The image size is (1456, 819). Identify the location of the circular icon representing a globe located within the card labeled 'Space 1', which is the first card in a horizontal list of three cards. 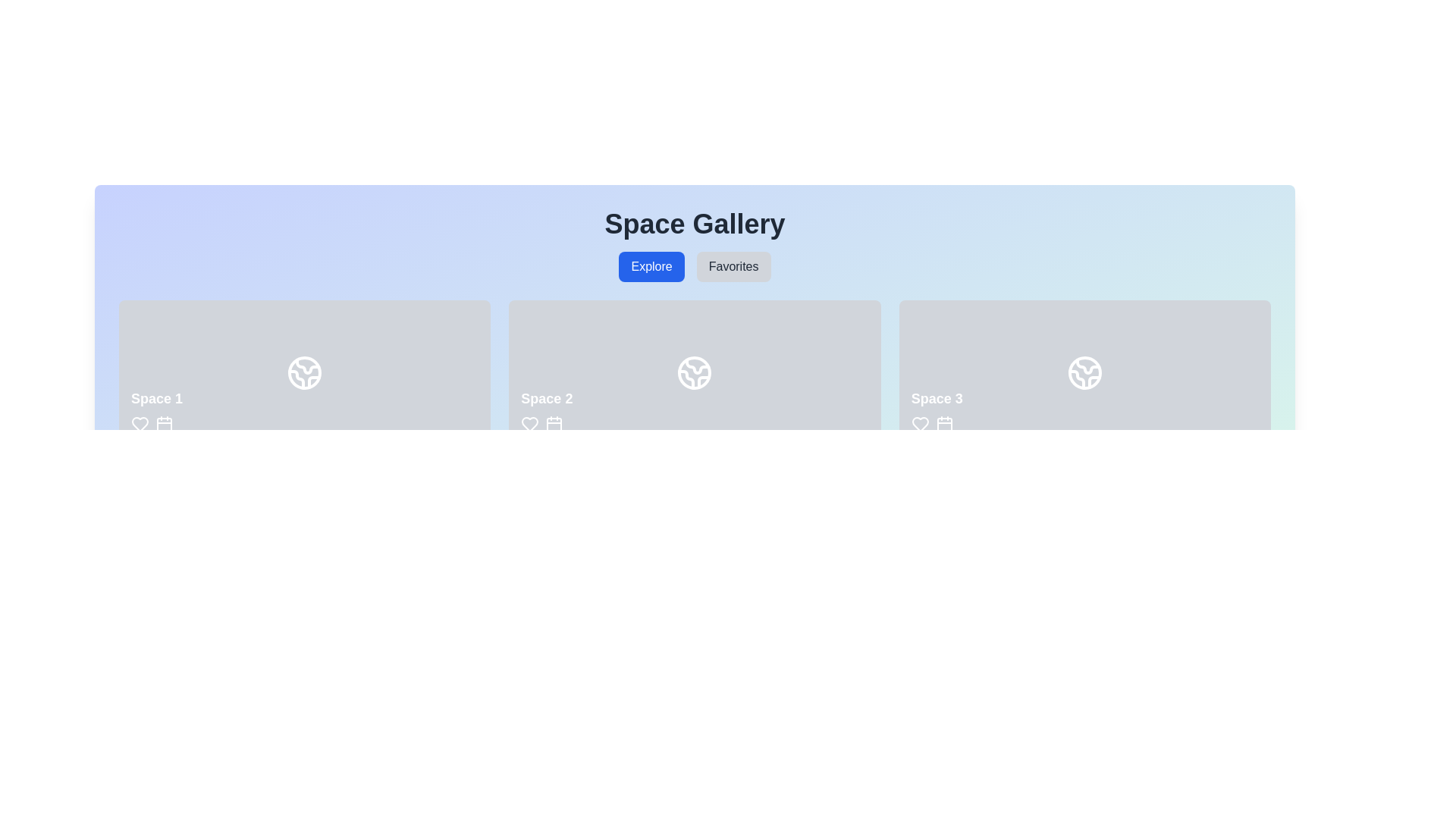
(304, 373).